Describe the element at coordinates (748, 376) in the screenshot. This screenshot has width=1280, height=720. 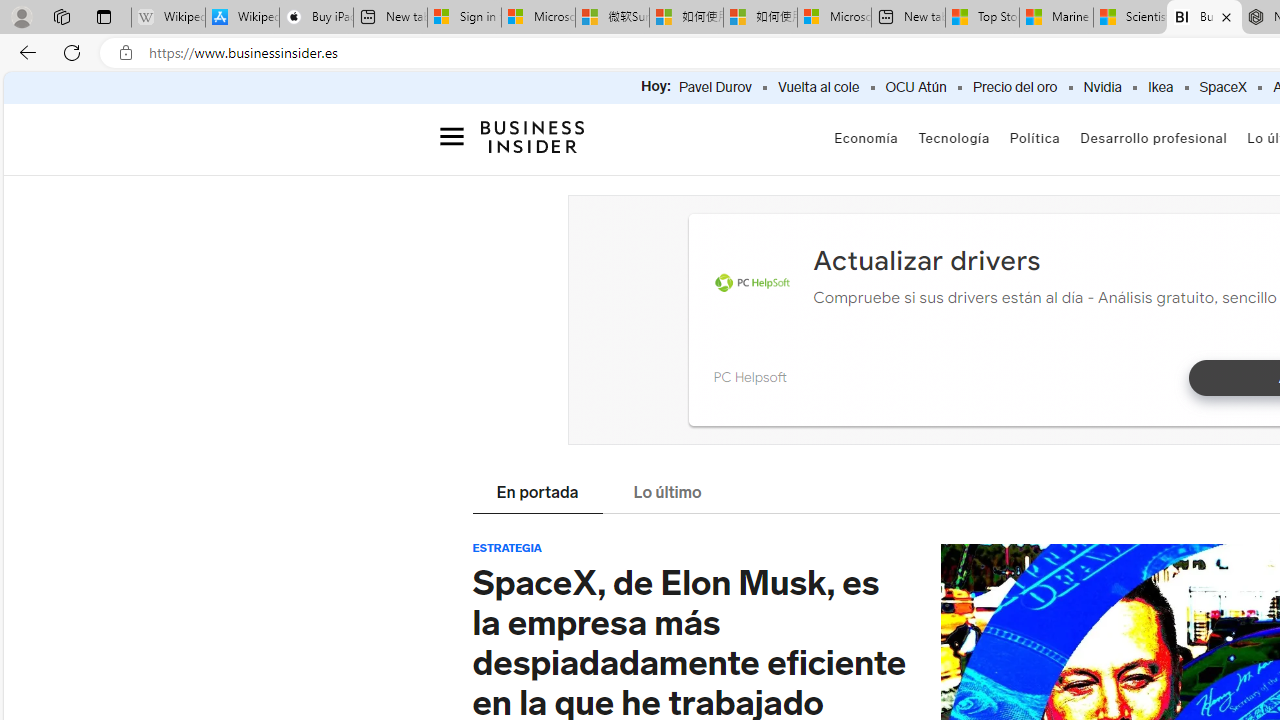
I see `'PC Helpsoft'` at that location.